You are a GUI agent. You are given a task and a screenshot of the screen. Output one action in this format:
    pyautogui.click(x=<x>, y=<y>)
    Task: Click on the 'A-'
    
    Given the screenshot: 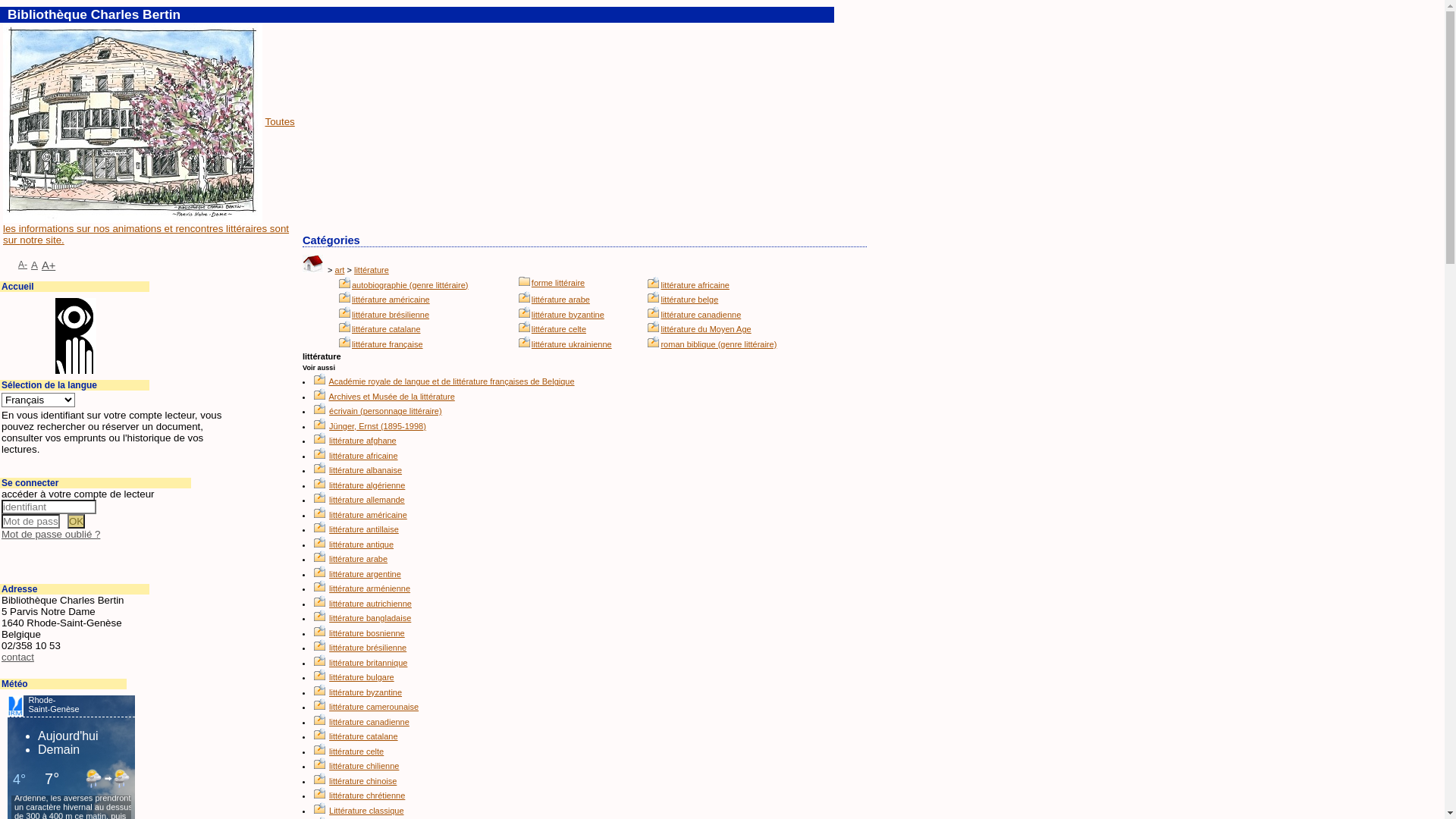 What is the action you would take?
    pyautogui.click(x=18, y=263)
    